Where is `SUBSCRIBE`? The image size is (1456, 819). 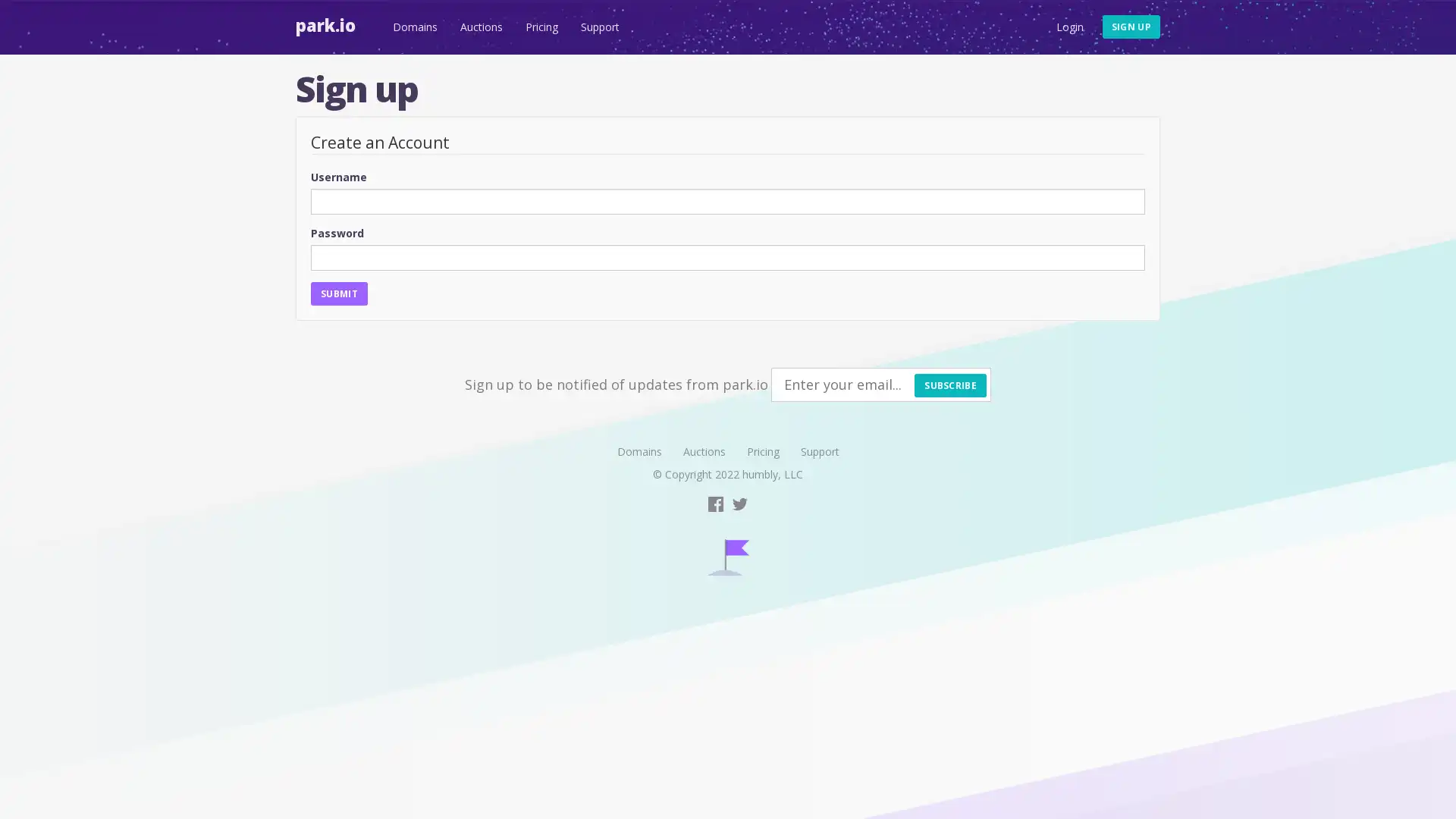 SUBSCRIBE is located at coordinates (949, 384).